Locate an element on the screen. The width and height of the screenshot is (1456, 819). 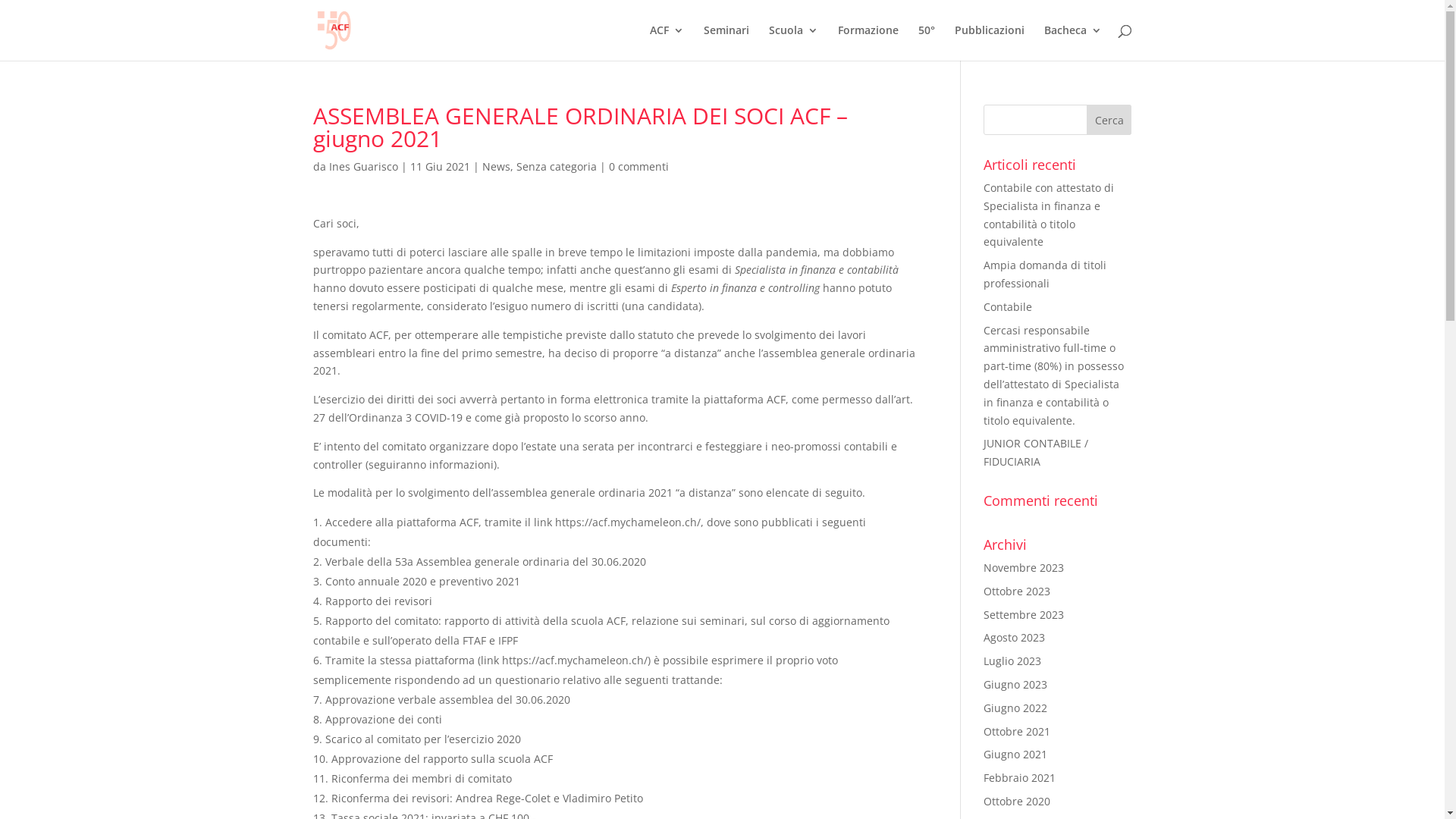
'Cerca' is located at coordinates (1109, 119).